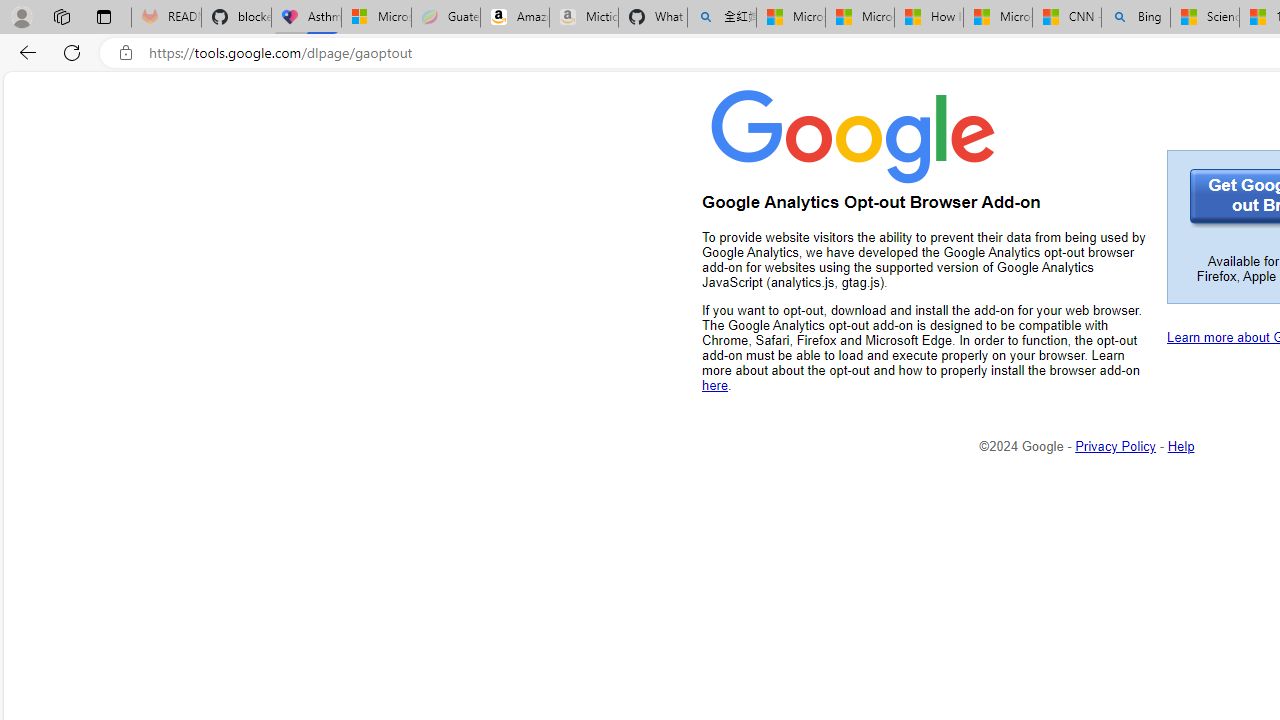 The image size is (1280, 720). I want to click on 'How I Got Rid of Microsoft Edge', so click(927, 17).